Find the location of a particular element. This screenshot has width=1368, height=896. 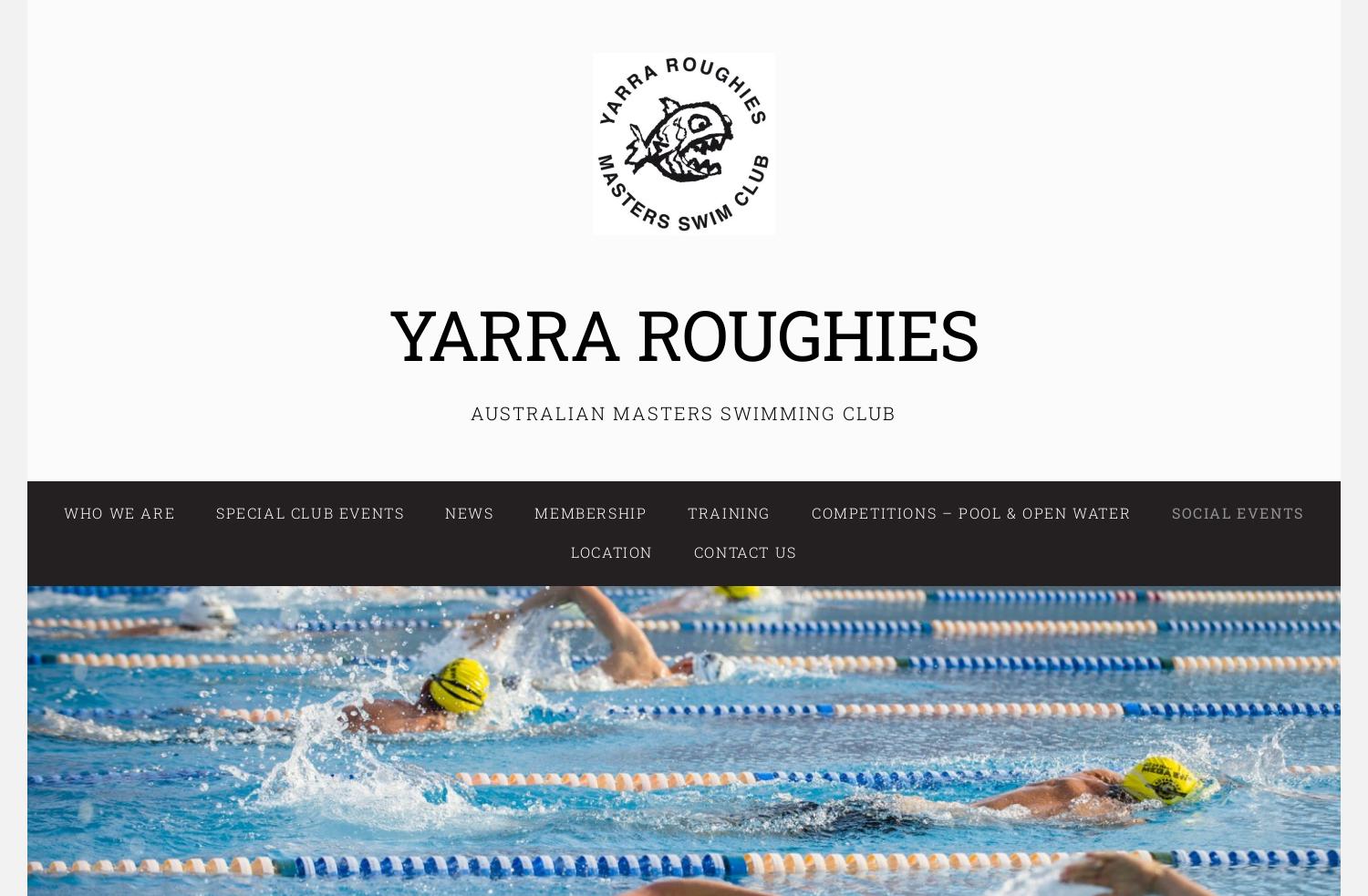

'Location' is located at coordinates (611, 551).